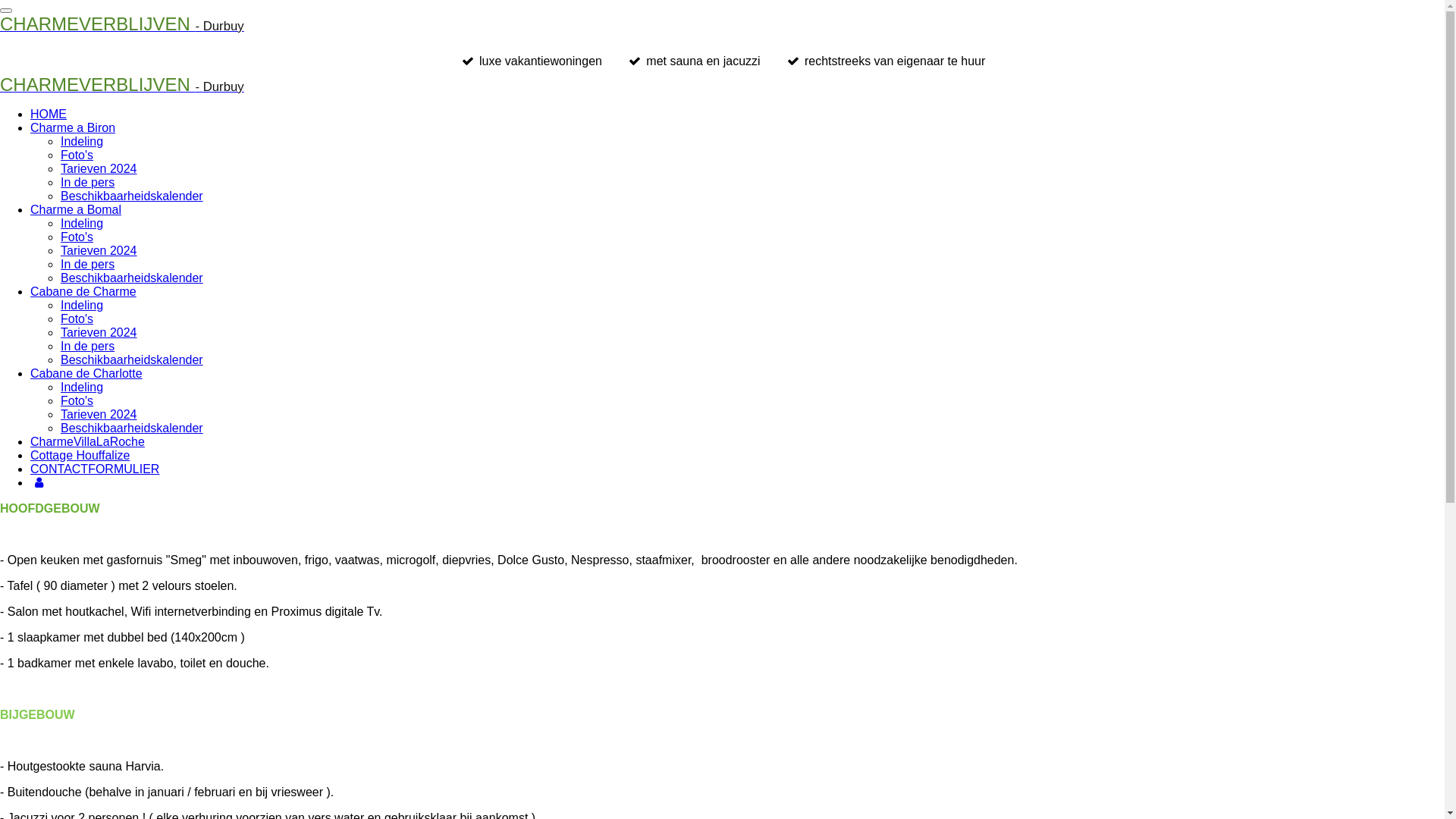 The width and height of the screenshot is (1456, 819). What do you see at coordinates (98, 249) in the screenshot?
I see `'Tarieven 2024'` at bounding box center [98, 249].